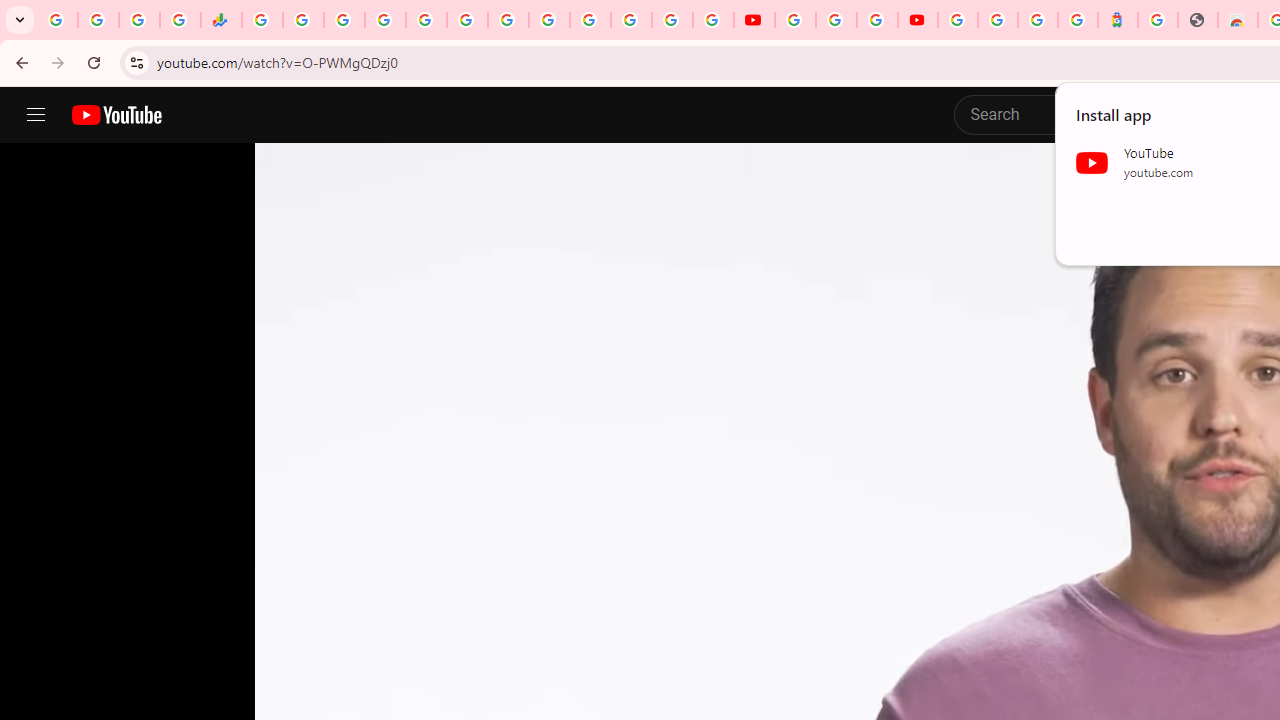  Describe the element at coordinates (917, 20) in the screenshot. I see `'Content Creator Programs & Opportunities - YouTube Creators'` at that location.